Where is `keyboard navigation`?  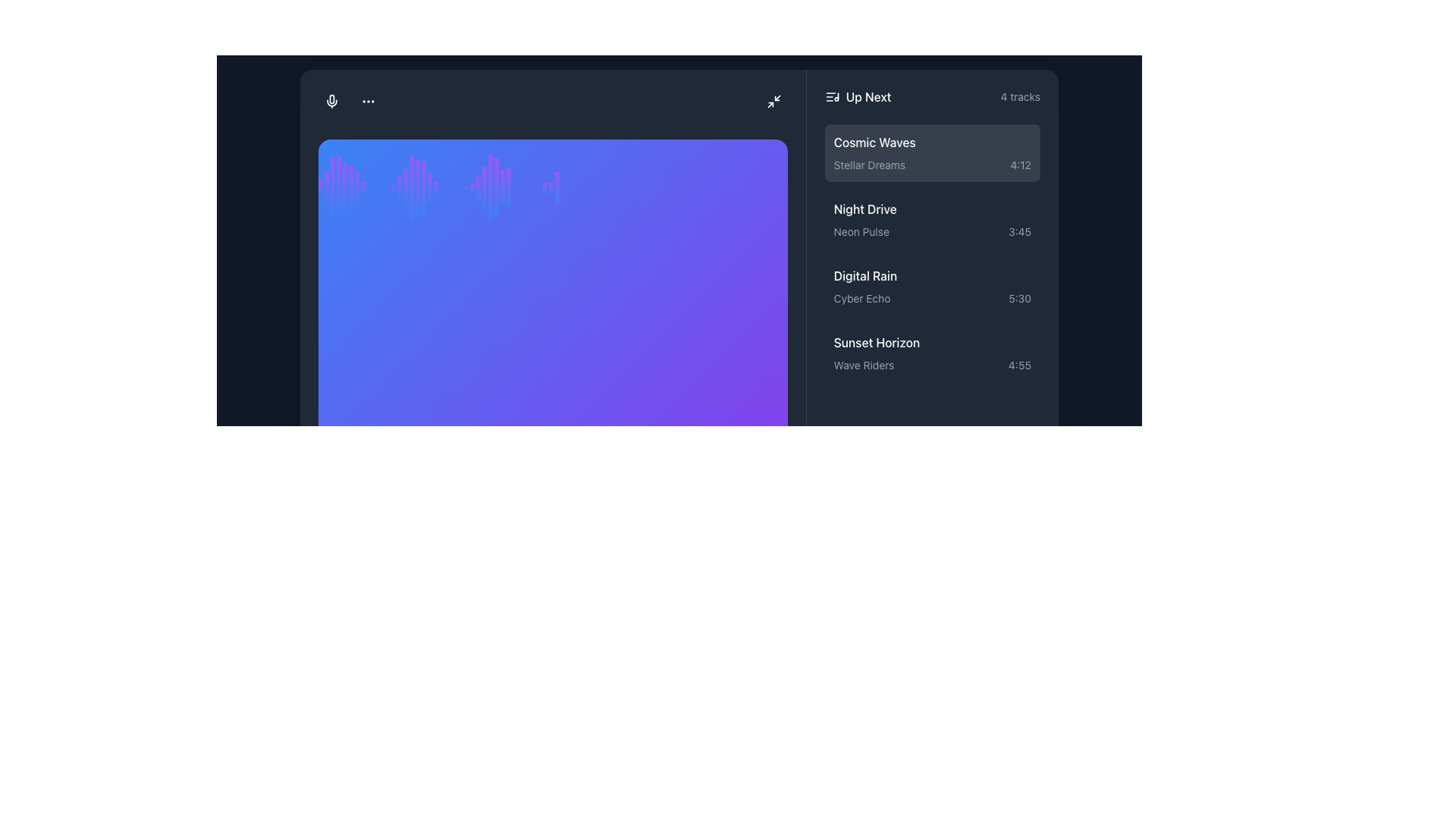 keyboard navigation is located at coordinates (1022, 209).